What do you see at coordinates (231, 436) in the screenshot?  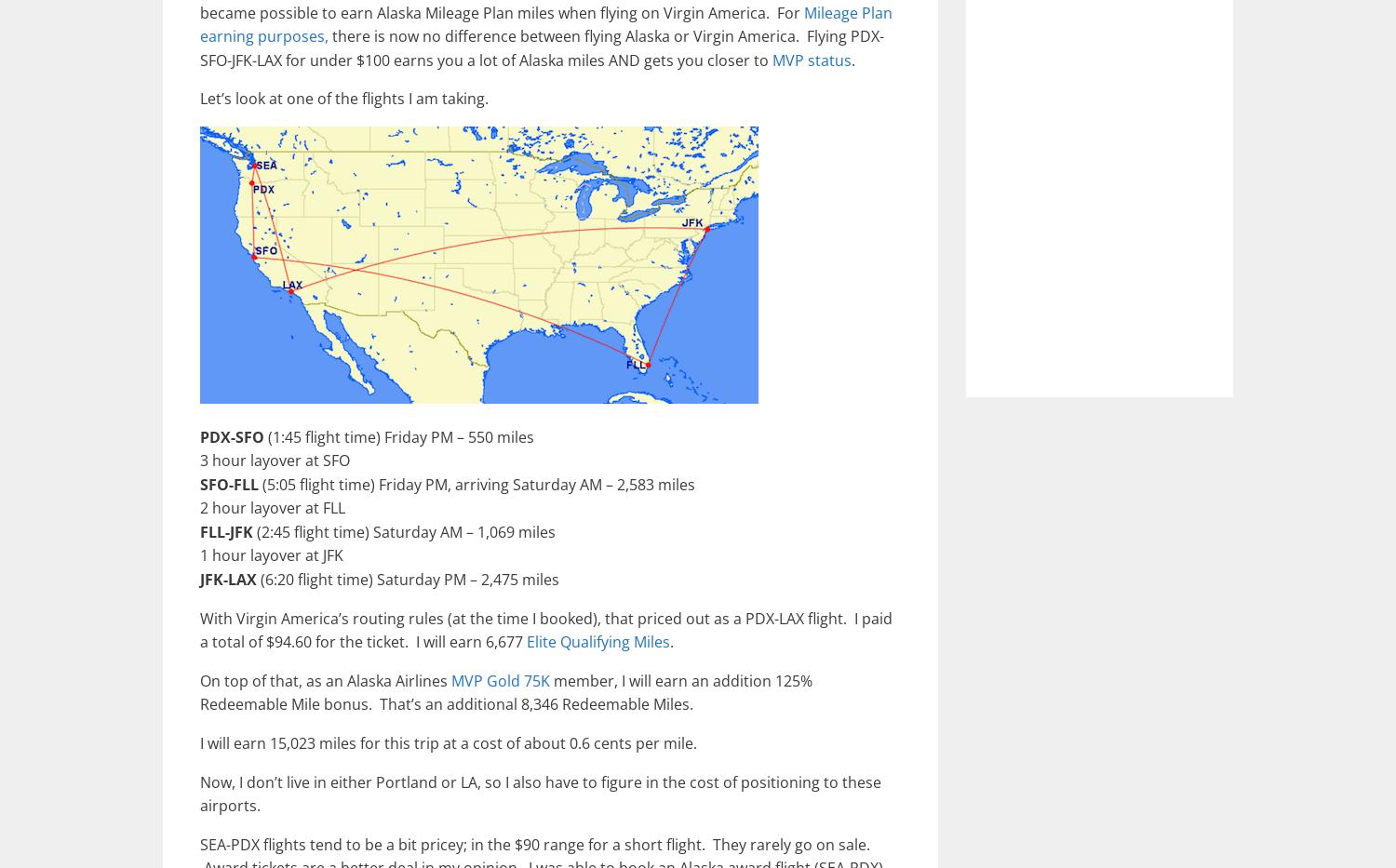 I see `'PDX-SFO'` at bounding box center [231, 436].